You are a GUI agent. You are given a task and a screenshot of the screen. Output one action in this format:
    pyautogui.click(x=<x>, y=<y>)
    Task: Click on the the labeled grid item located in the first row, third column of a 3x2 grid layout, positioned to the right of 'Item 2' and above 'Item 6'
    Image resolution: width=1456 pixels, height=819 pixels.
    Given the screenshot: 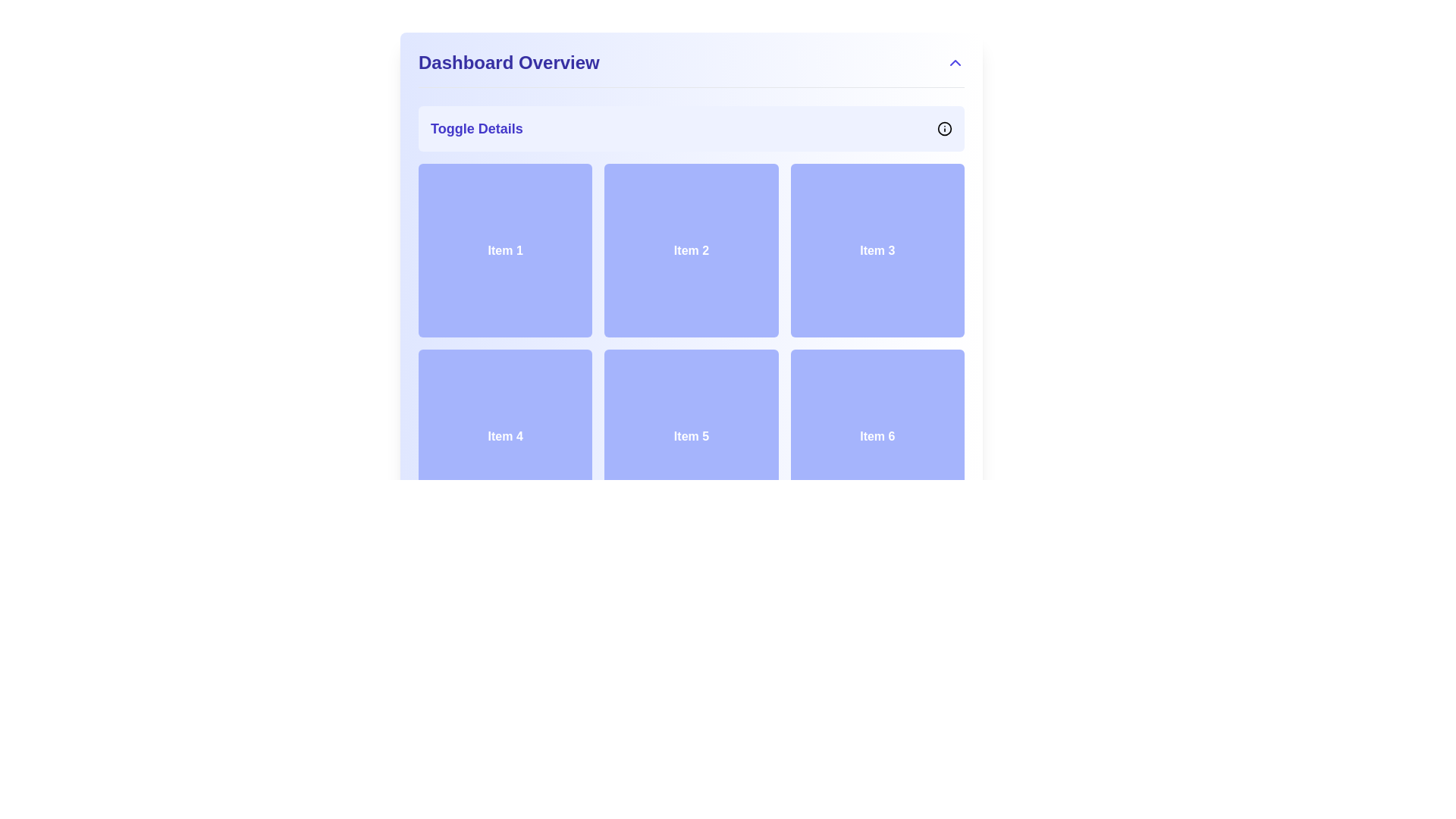 What is the action you would take?
    pyautogui.click(x=877, y=249)
    